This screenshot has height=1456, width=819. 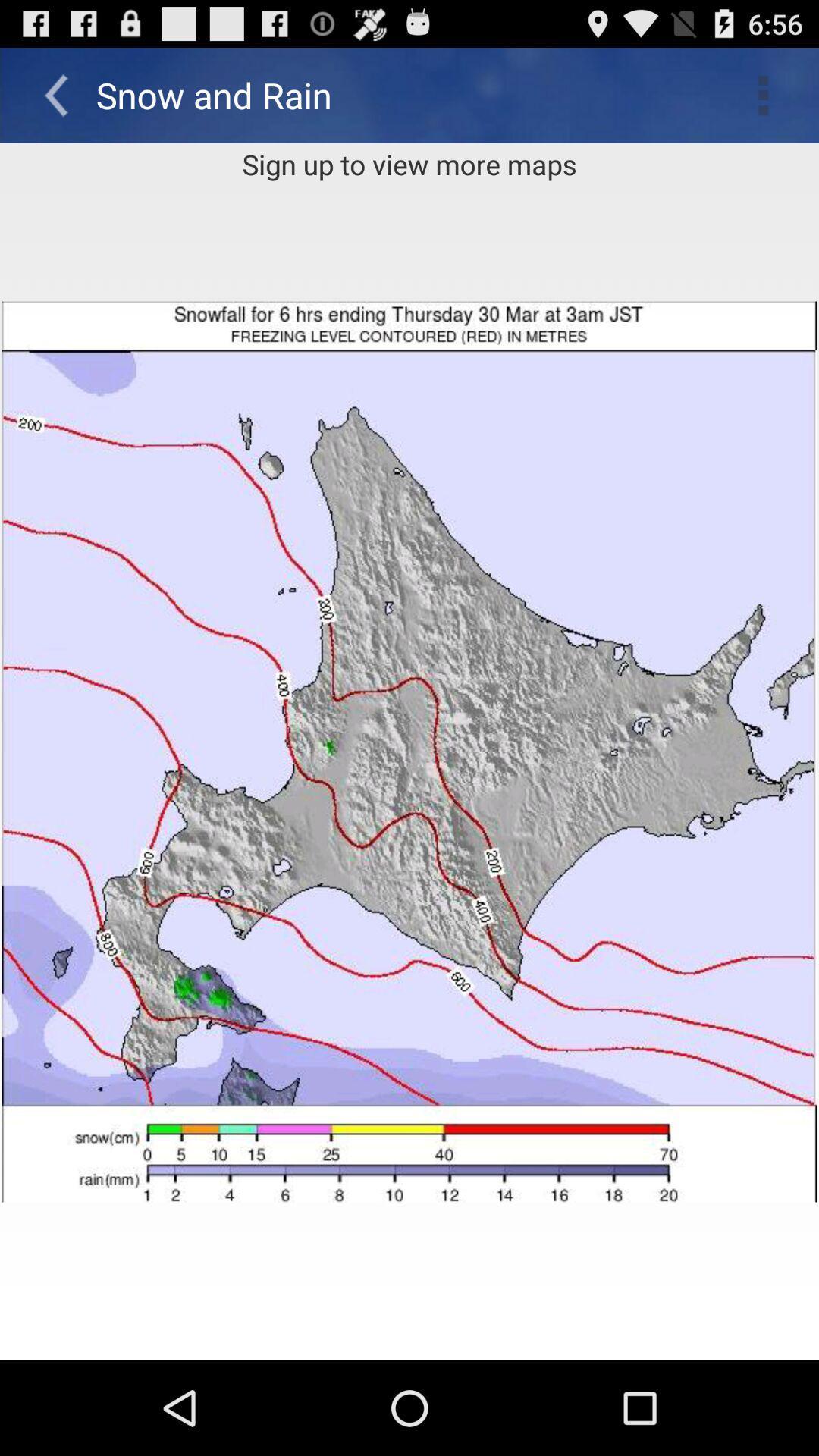 I want to click on the image, so click(x=409, y=752).